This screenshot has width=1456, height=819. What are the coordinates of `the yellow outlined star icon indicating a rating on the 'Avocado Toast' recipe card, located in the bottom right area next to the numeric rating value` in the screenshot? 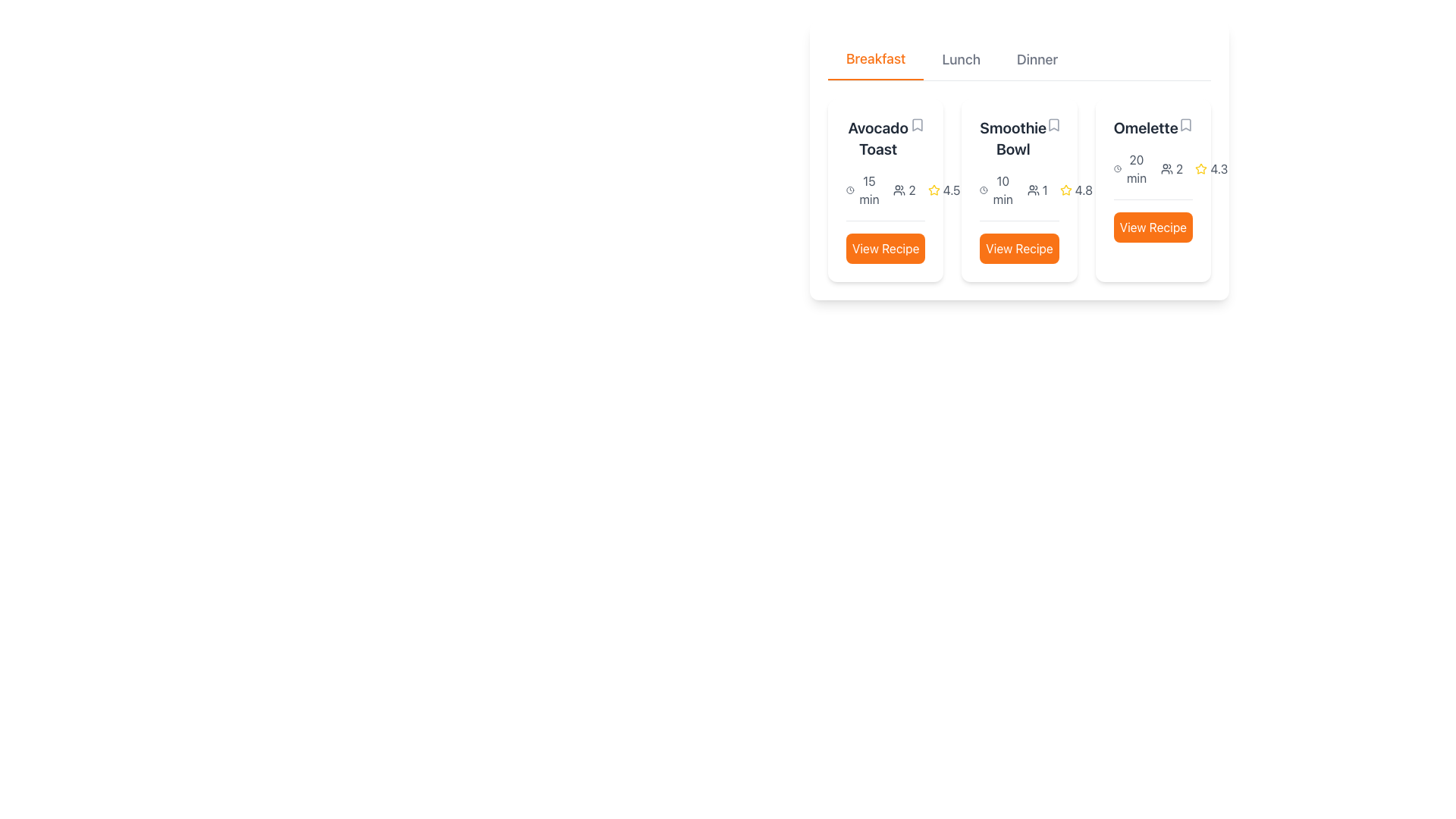 It's located at (933, 189).